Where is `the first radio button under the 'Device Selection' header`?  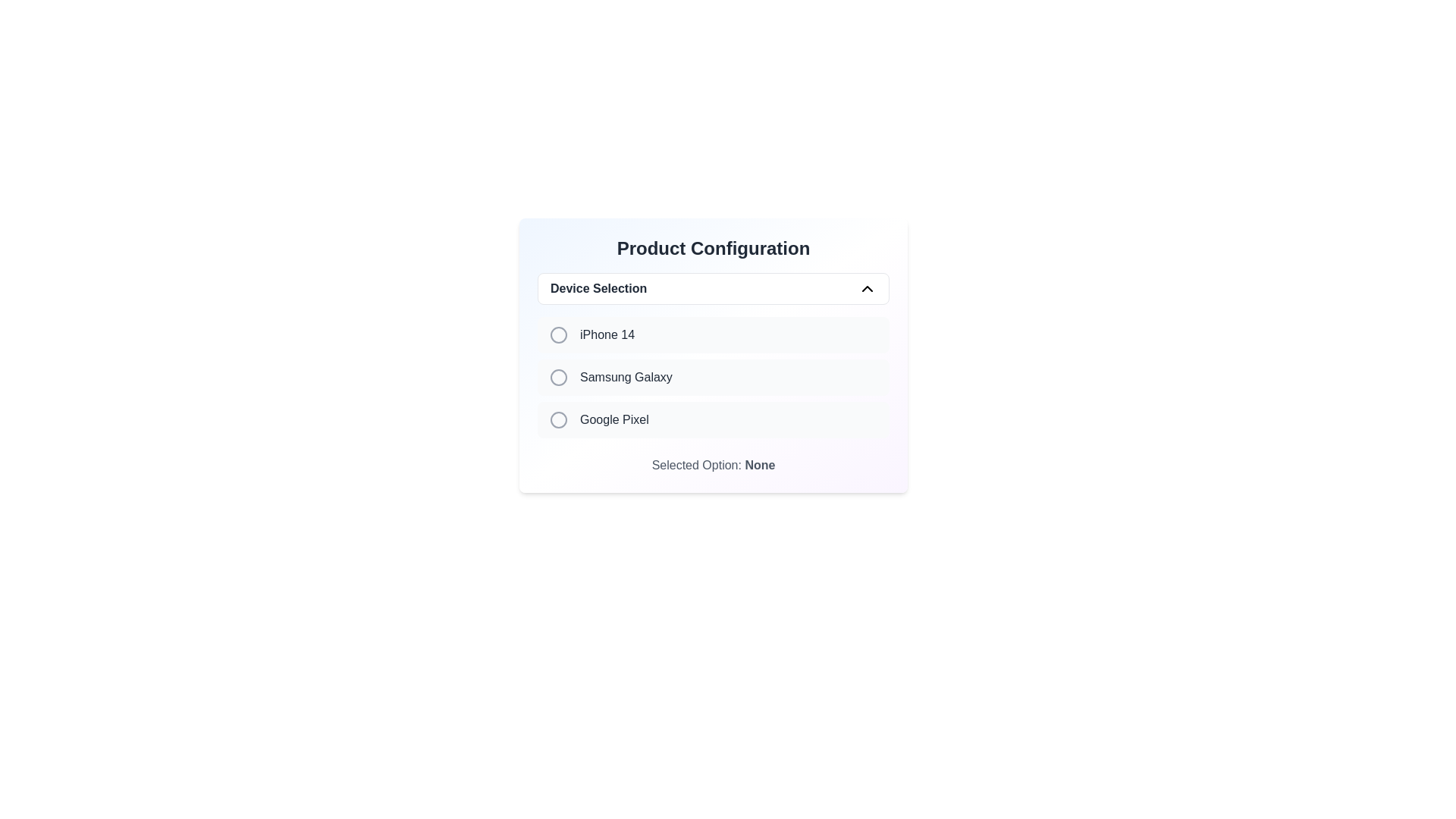 the first radio button under the 'Device Selection' header is located at coordinates (558, 334).